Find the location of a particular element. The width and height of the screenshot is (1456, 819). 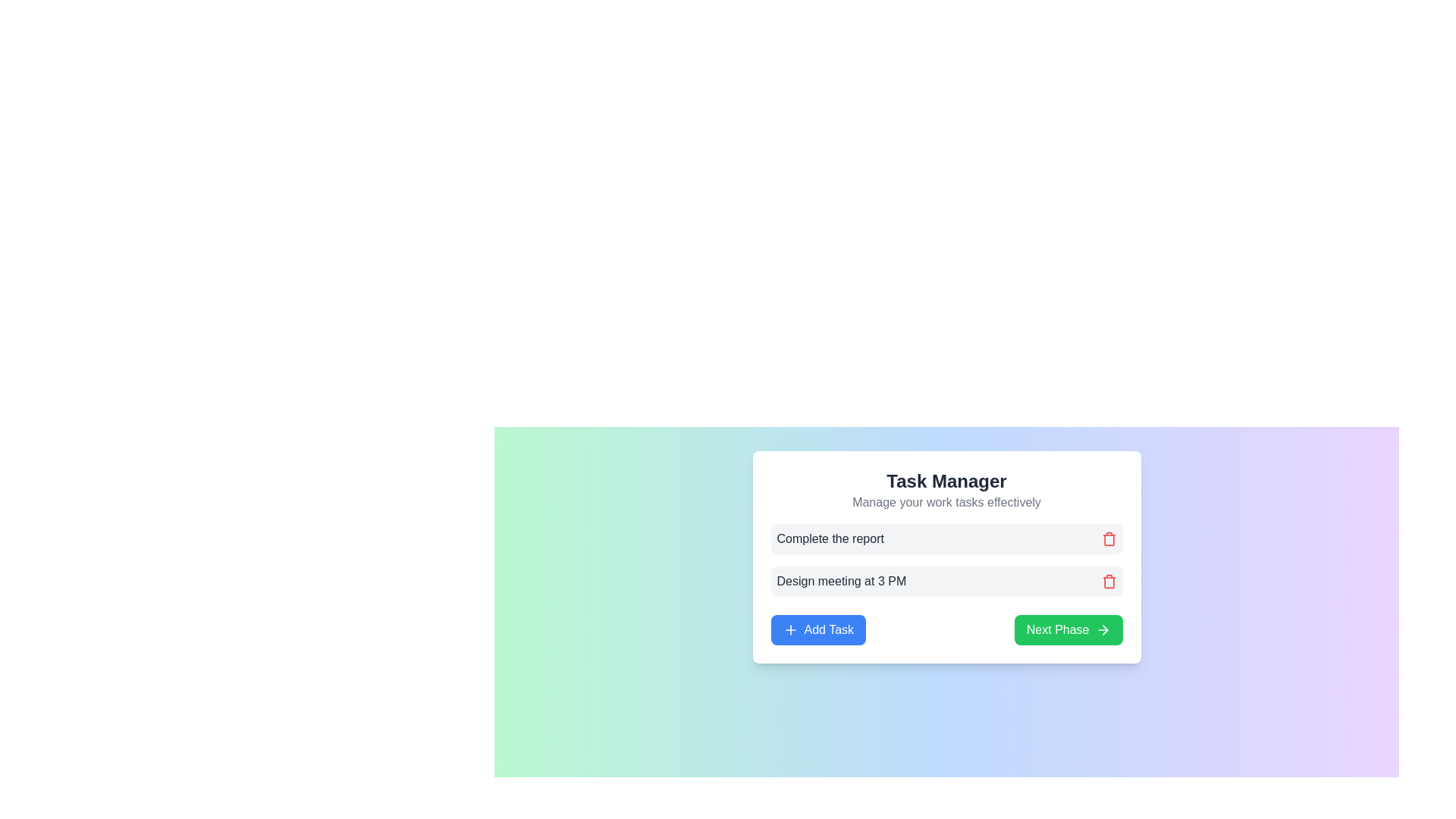

the trash icons in the Task List is located at coordinates (946, 560).